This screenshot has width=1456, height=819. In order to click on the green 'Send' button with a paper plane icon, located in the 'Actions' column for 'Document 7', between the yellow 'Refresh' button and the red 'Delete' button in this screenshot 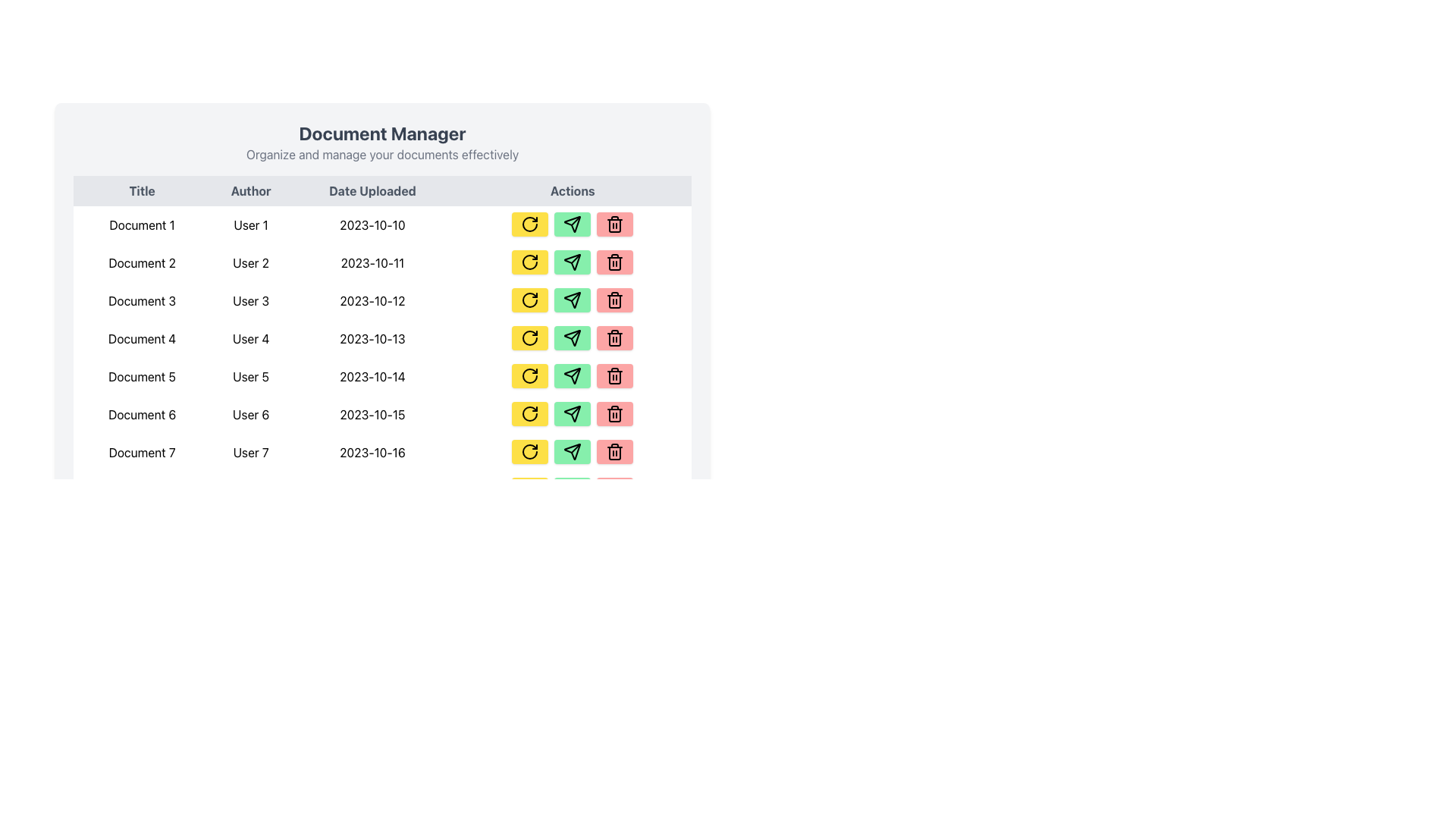, I will do `click(572, 452)`.